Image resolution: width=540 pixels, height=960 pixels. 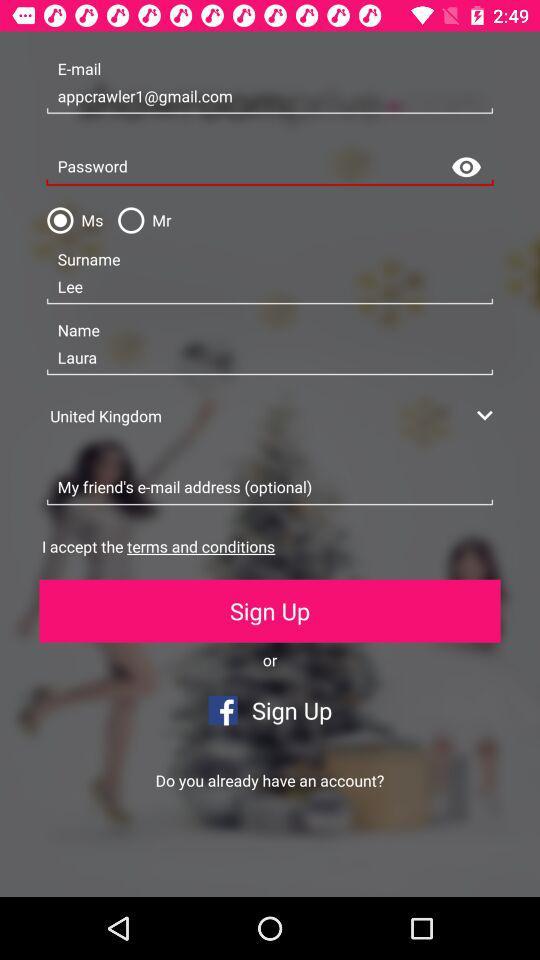 What do you see at coordinates (70, 220) in the screenshot?
I see `the item next to the mr icon` at bounding box center [70, 220].